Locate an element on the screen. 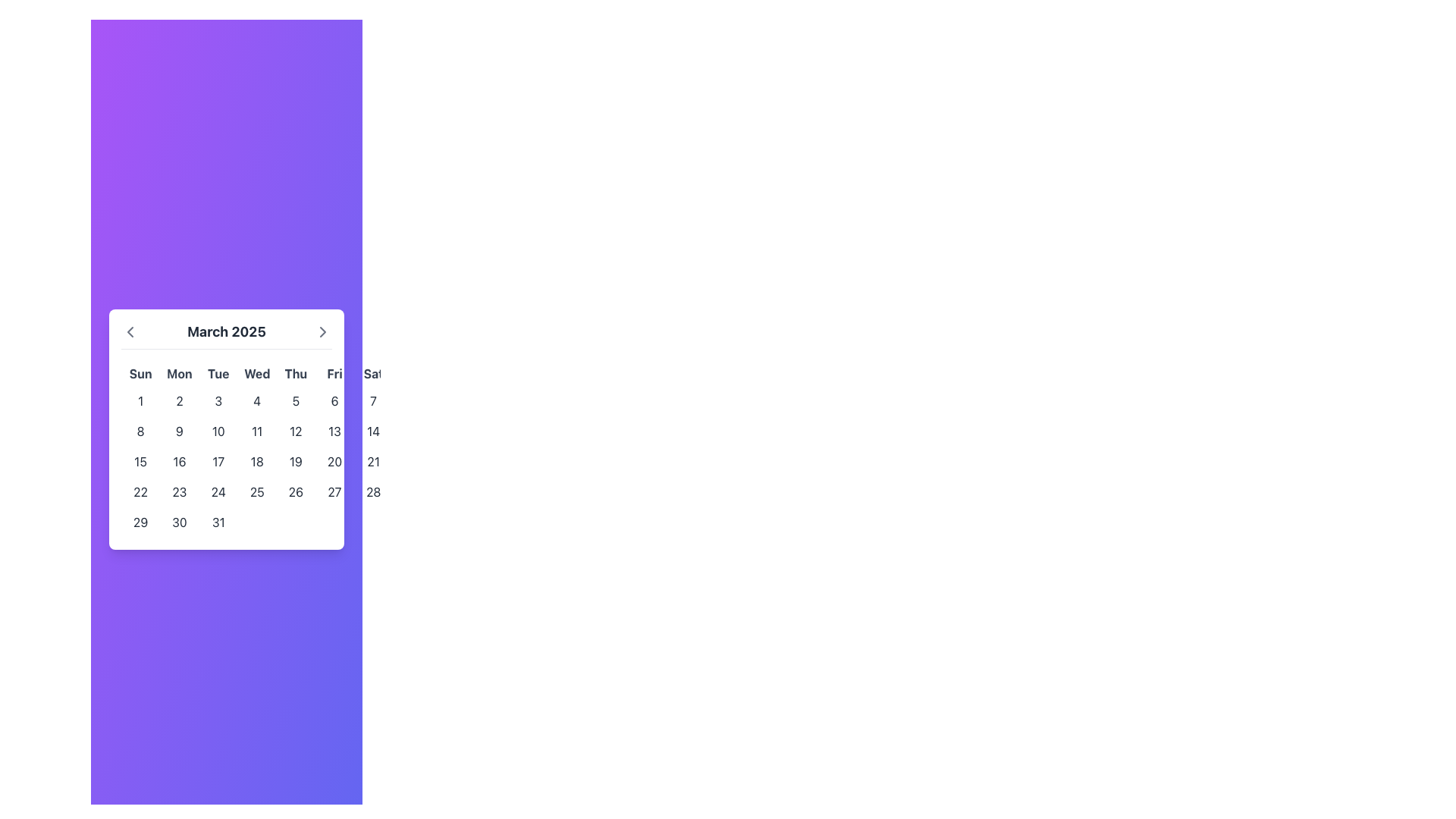 The image size is (1456, 819). the non-interactive Text Display element showing numbers '8 9 10 11 12 13 14' located in the second row of the March 2025 calendar grid is located at coordinates (257, 431).